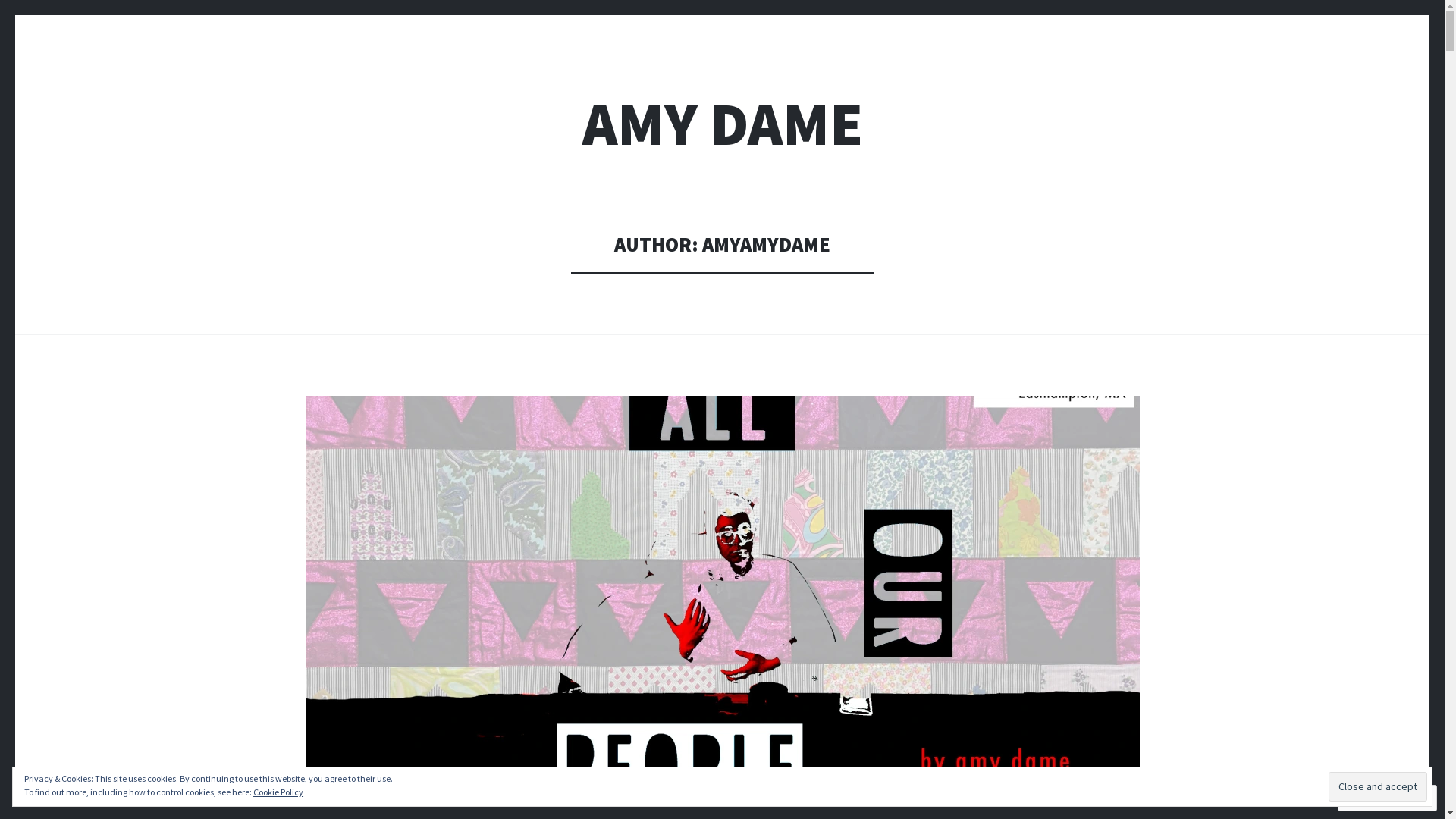  What do you see at coordinates (1378, 786) in the screenshot?
I see `'Close and accept'` at bounding box center [1378, 786].